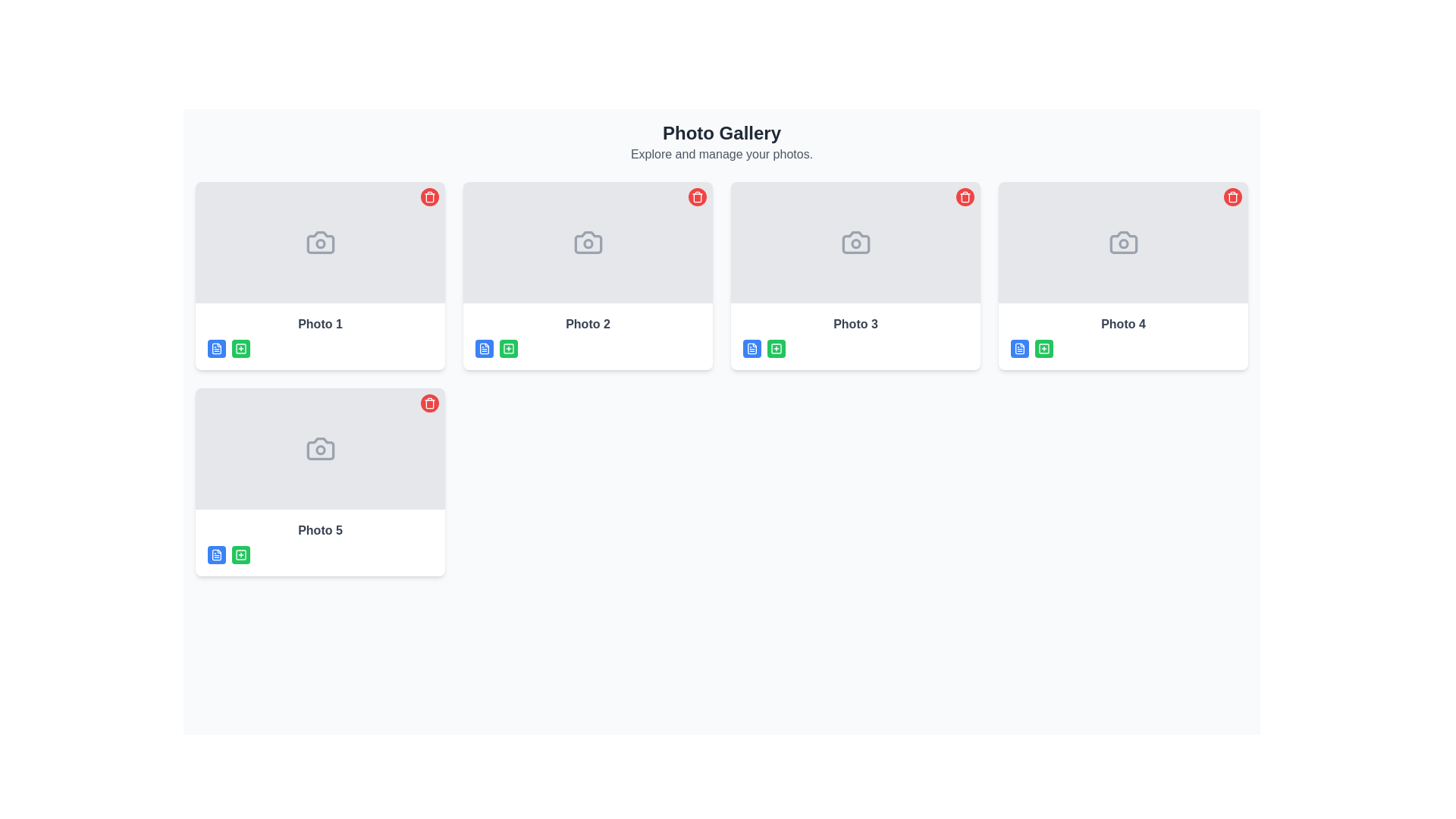 The width and height of the screenshot is (1456, 819). Describe the element at coordinates (1233, 196) in the screenshot. I see `the delete button located at the top-right corner of the fourth image card in the photo gallery` at that location.